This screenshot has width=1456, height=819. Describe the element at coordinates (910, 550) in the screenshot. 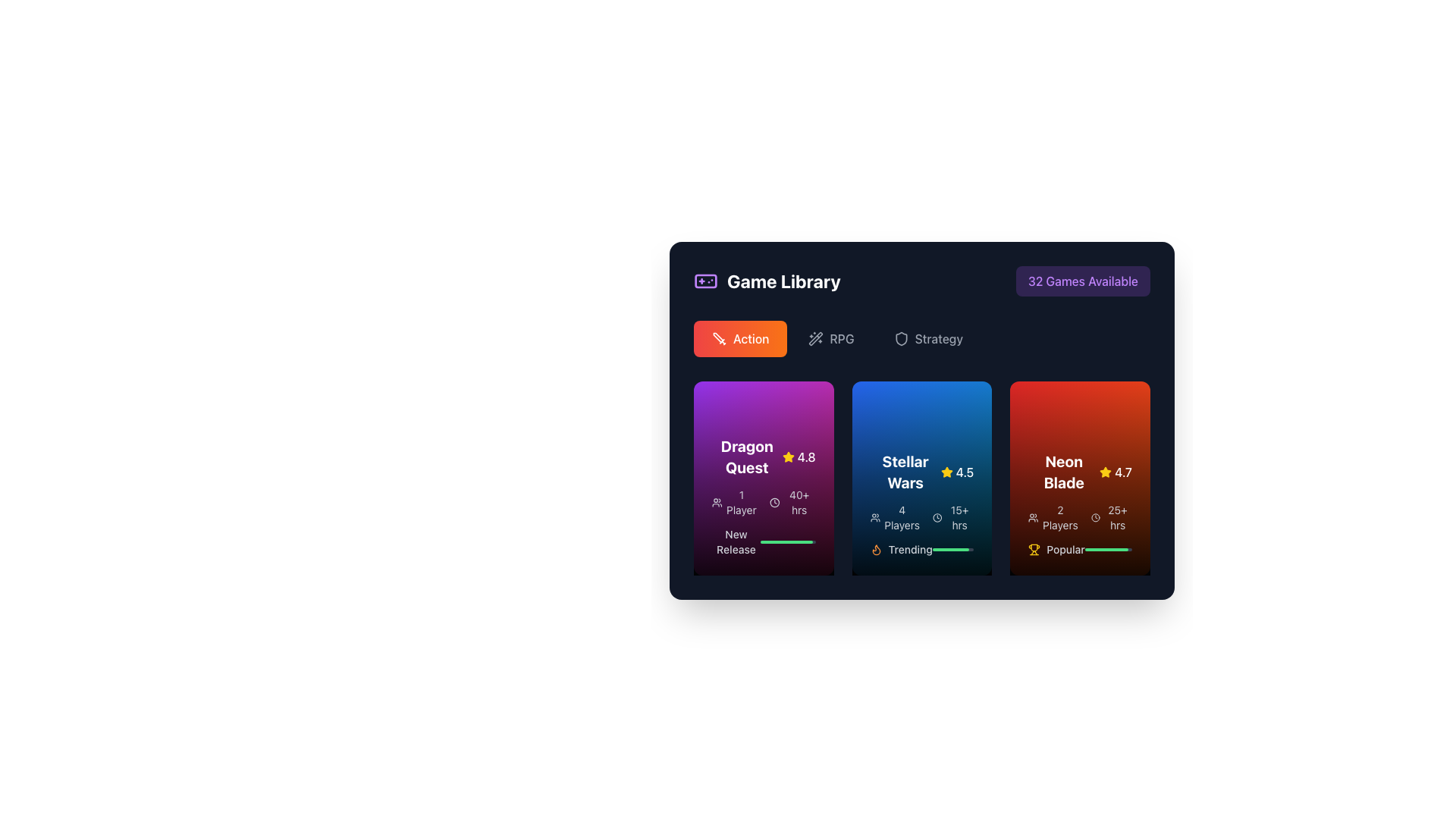

I see `the 'Trending' text label within the 'Stellar Wars' game card, located near the left margin and to the right of a flame icon` at that location.